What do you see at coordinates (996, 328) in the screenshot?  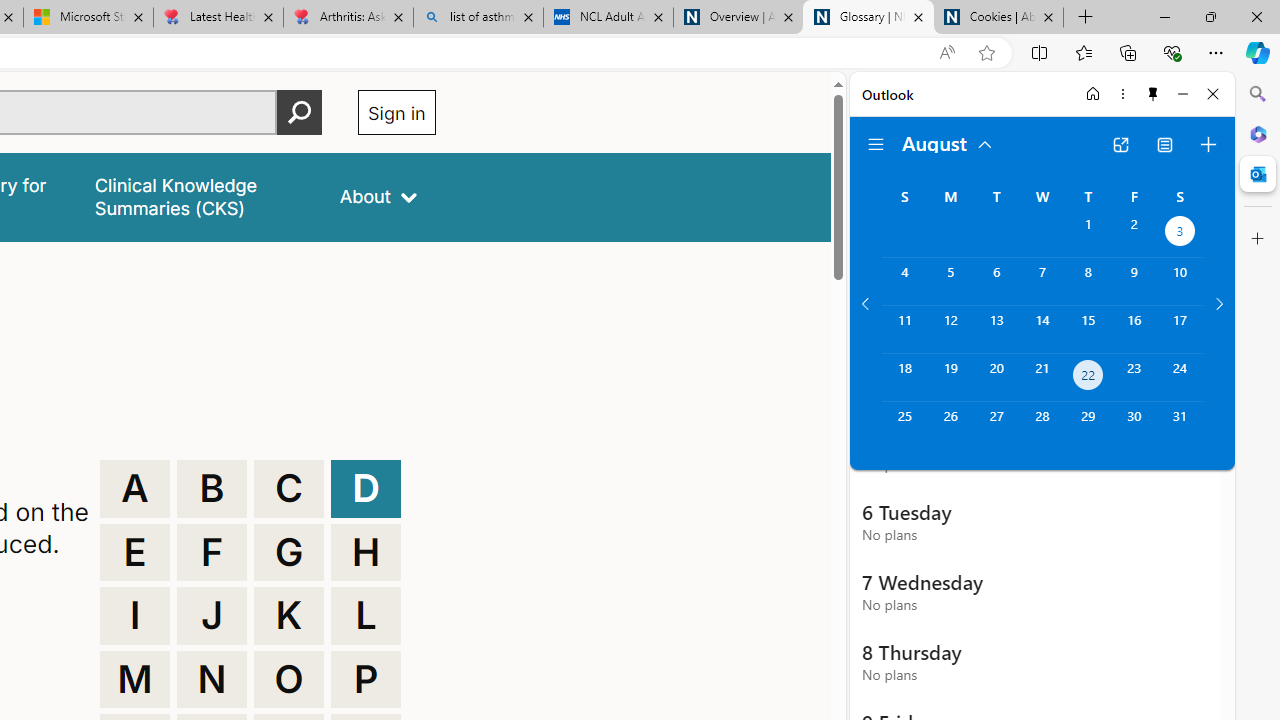 I see `'Tuesday, August 13, 2024. '` at bounding box center [996, 328].